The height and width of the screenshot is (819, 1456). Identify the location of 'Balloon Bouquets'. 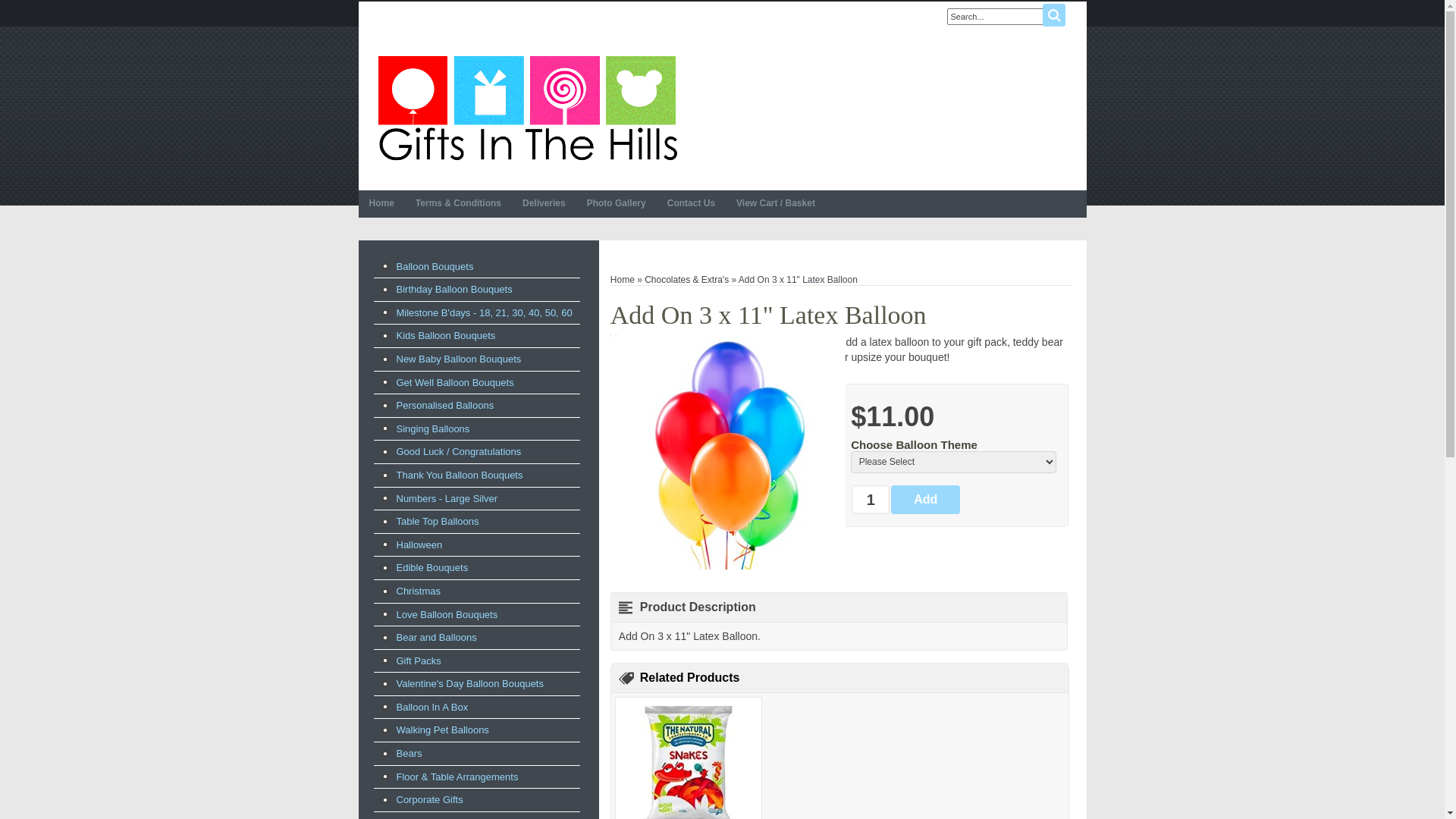
(475, 265).